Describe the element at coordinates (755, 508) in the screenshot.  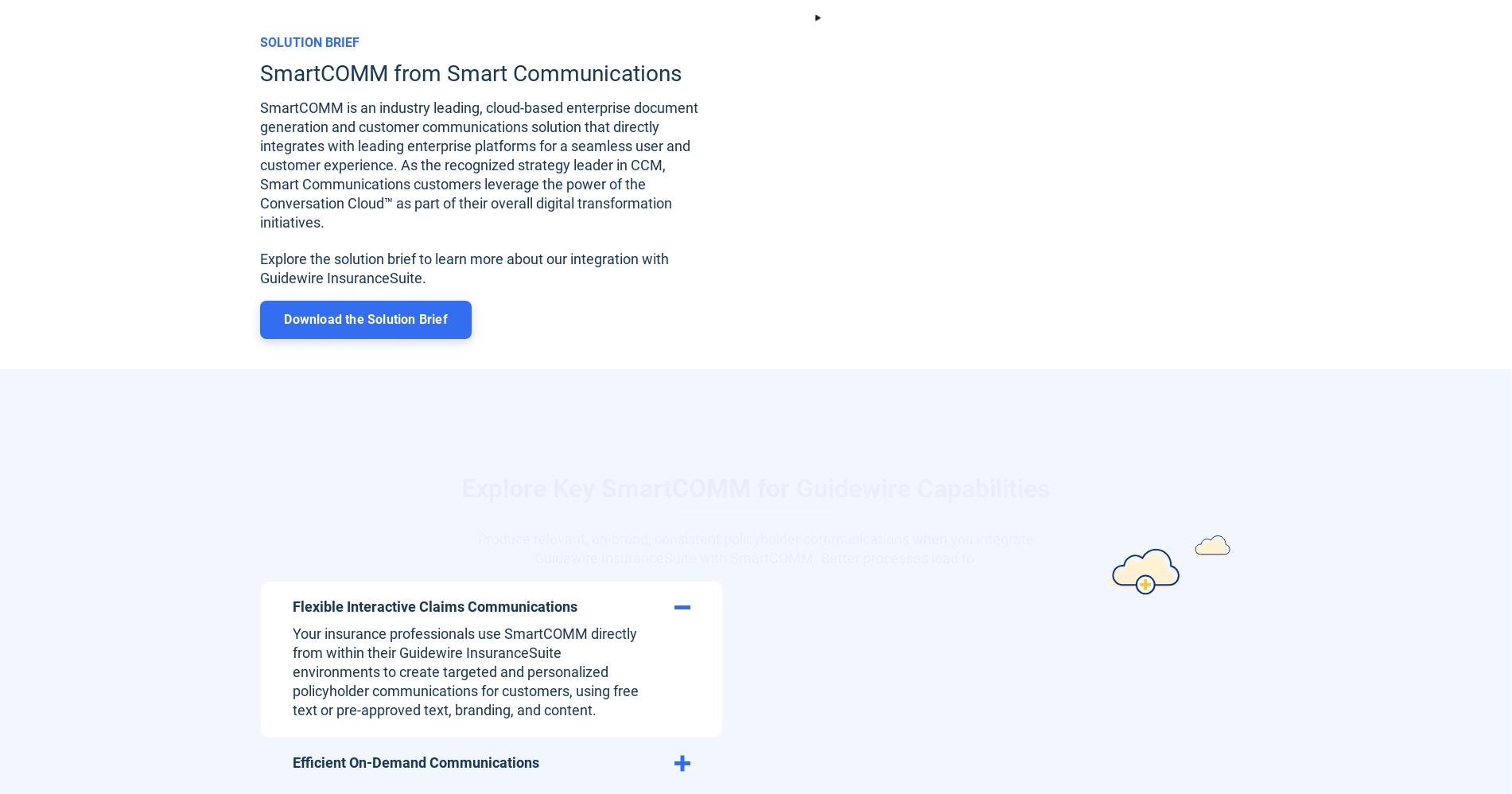
I see `'Produce relevant, on-brand, consistent policyholder communications when you integrate Guidewire InsuranceSuite with SmartCOMM. Better processes lead to:'` at that location.